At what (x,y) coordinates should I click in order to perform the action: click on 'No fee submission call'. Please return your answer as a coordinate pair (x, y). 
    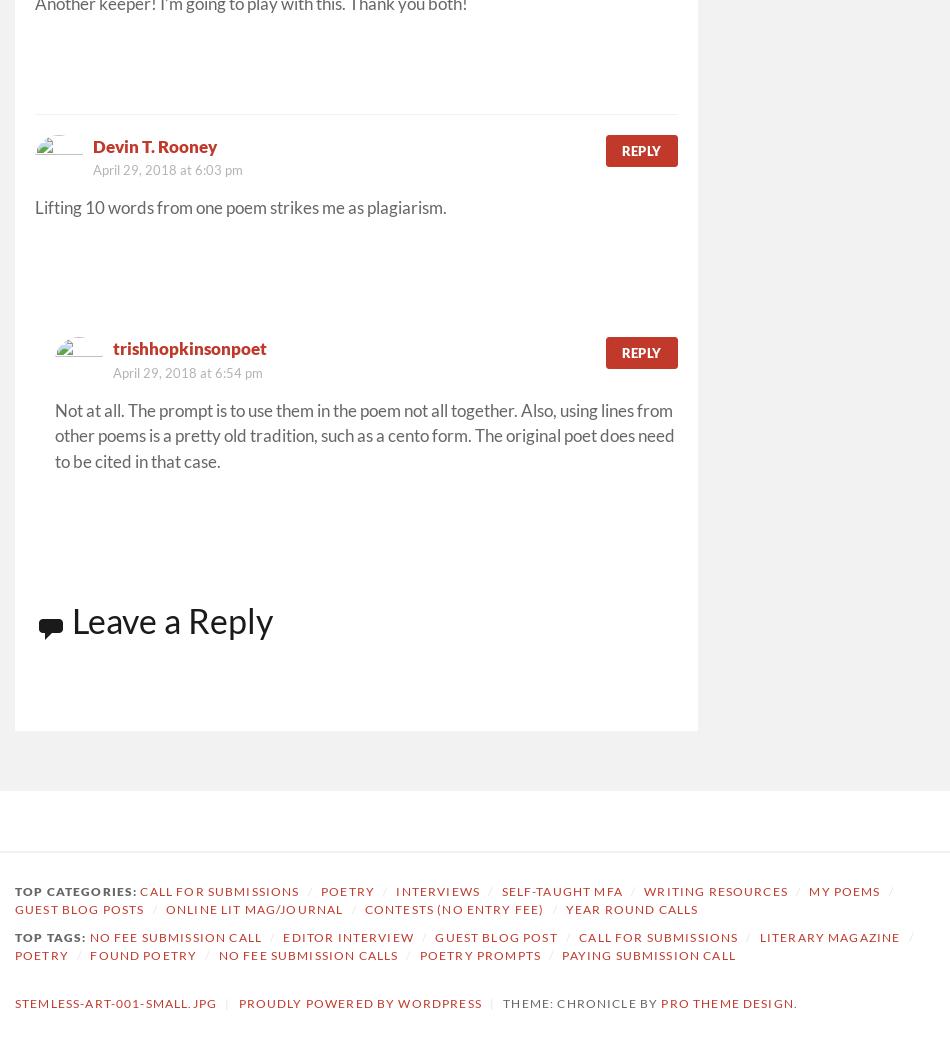
    Looking at the image, I should click on (89, 936).